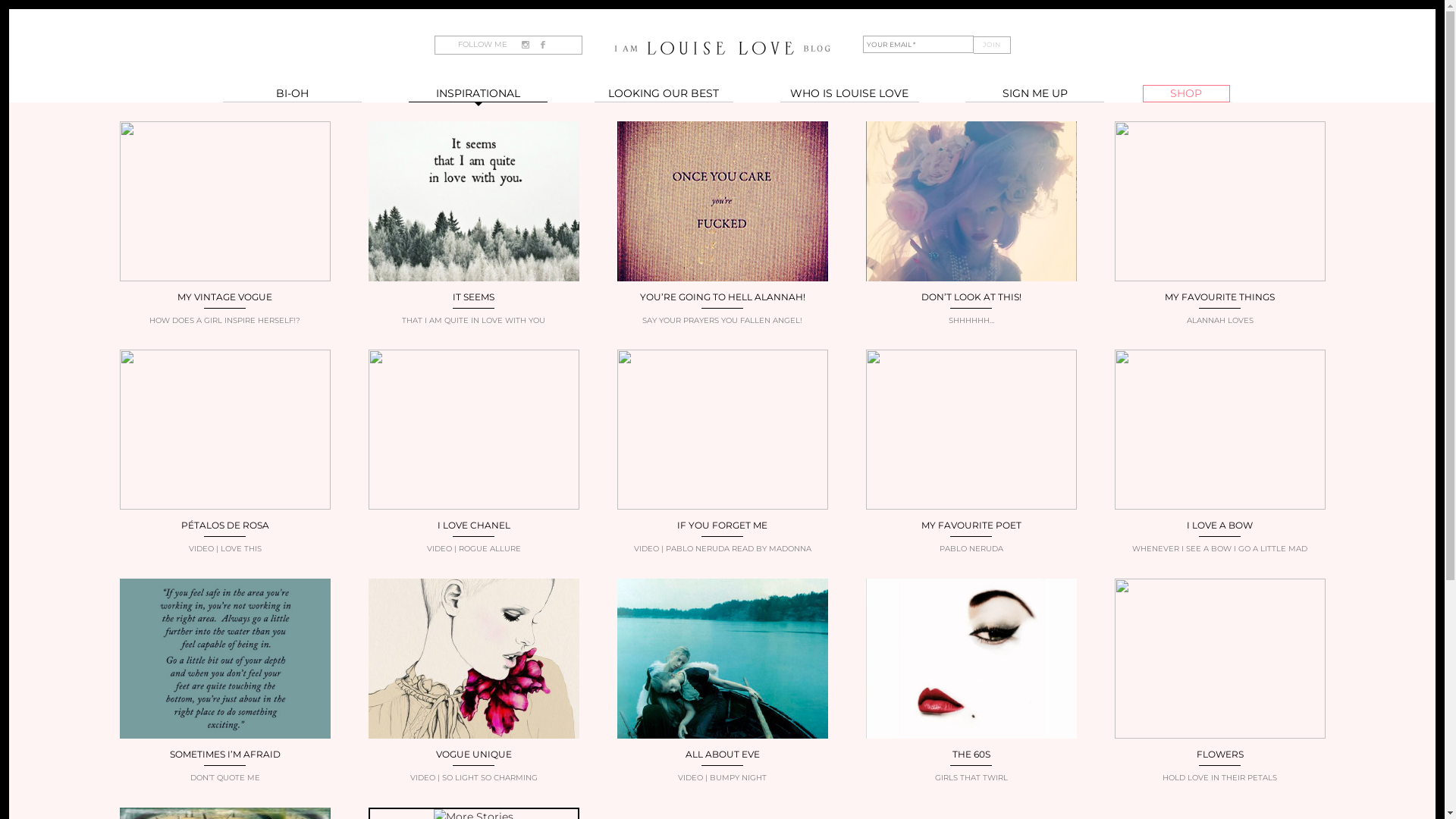 This screenshot has height=819, width=1456. I want to click on 'SIGN ME UP', so click(1034, 93).